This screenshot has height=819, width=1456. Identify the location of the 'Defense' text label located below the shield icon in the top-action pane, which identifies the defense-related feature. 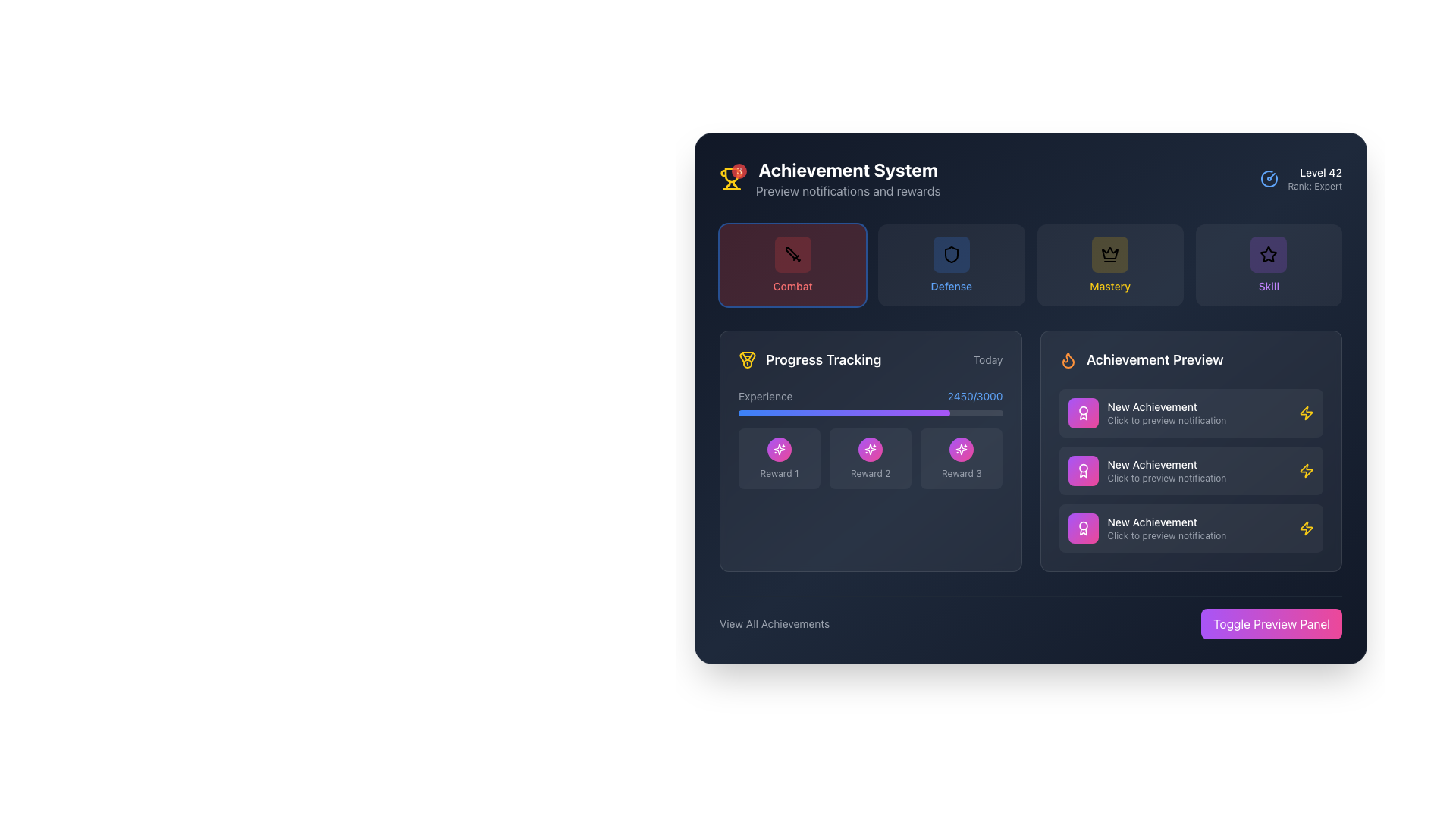
(950, 287).